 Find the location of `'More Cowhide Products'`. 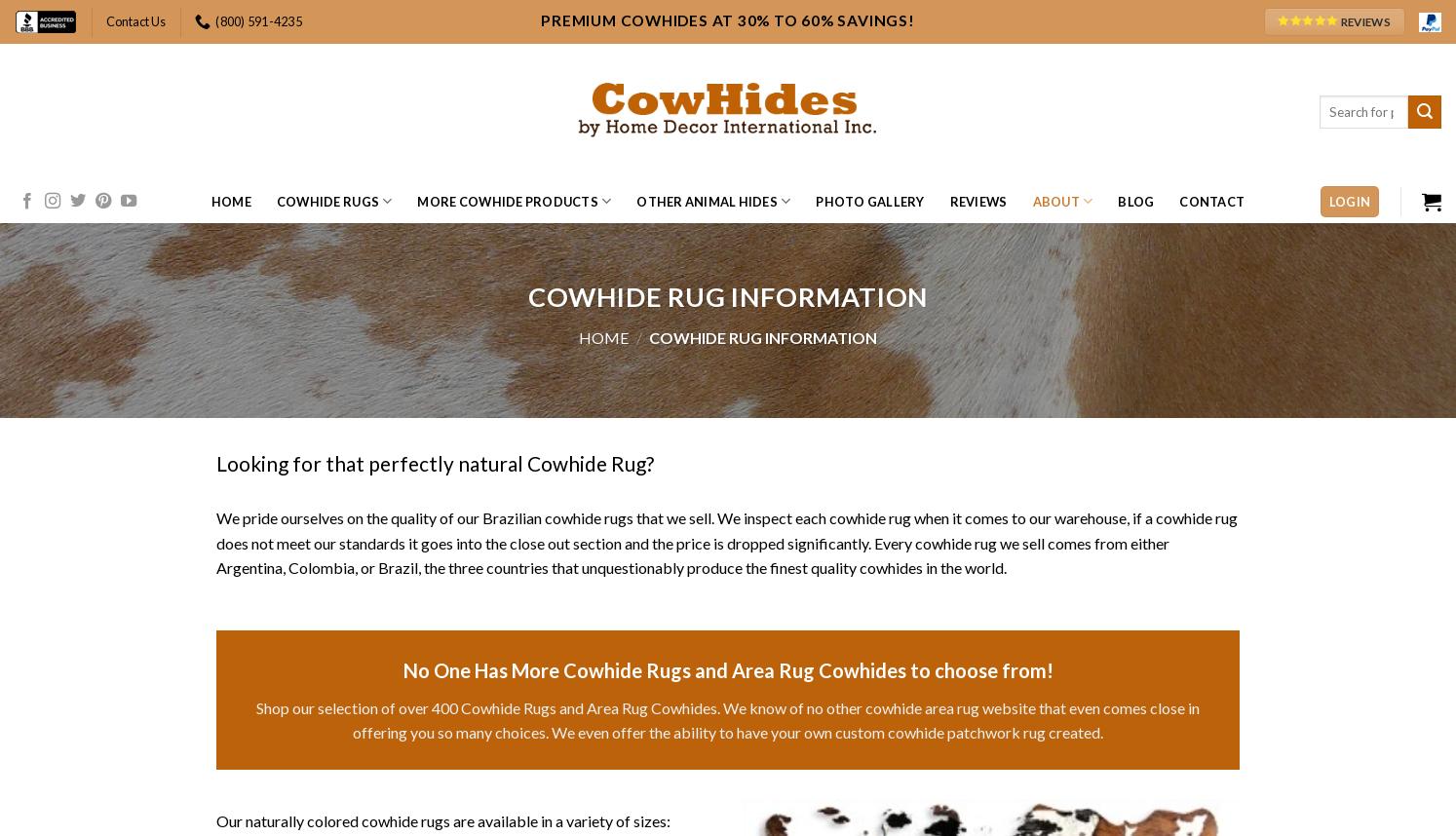

'More Cowhide Products' is located at coordinates (506, 202).